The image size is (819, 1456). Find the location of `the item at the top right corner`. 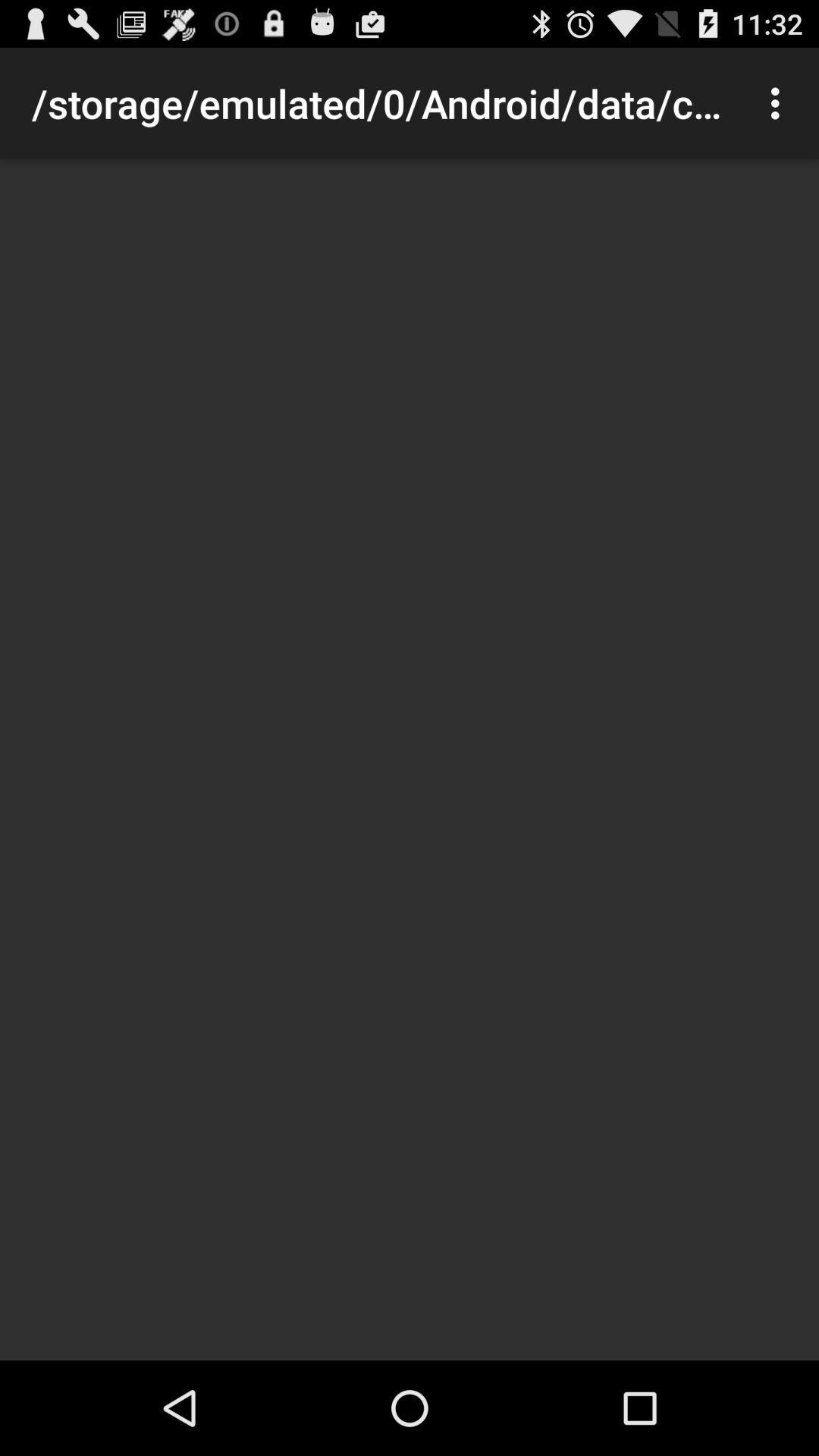

the item at the top right corner is located at coordinates (779, 102).